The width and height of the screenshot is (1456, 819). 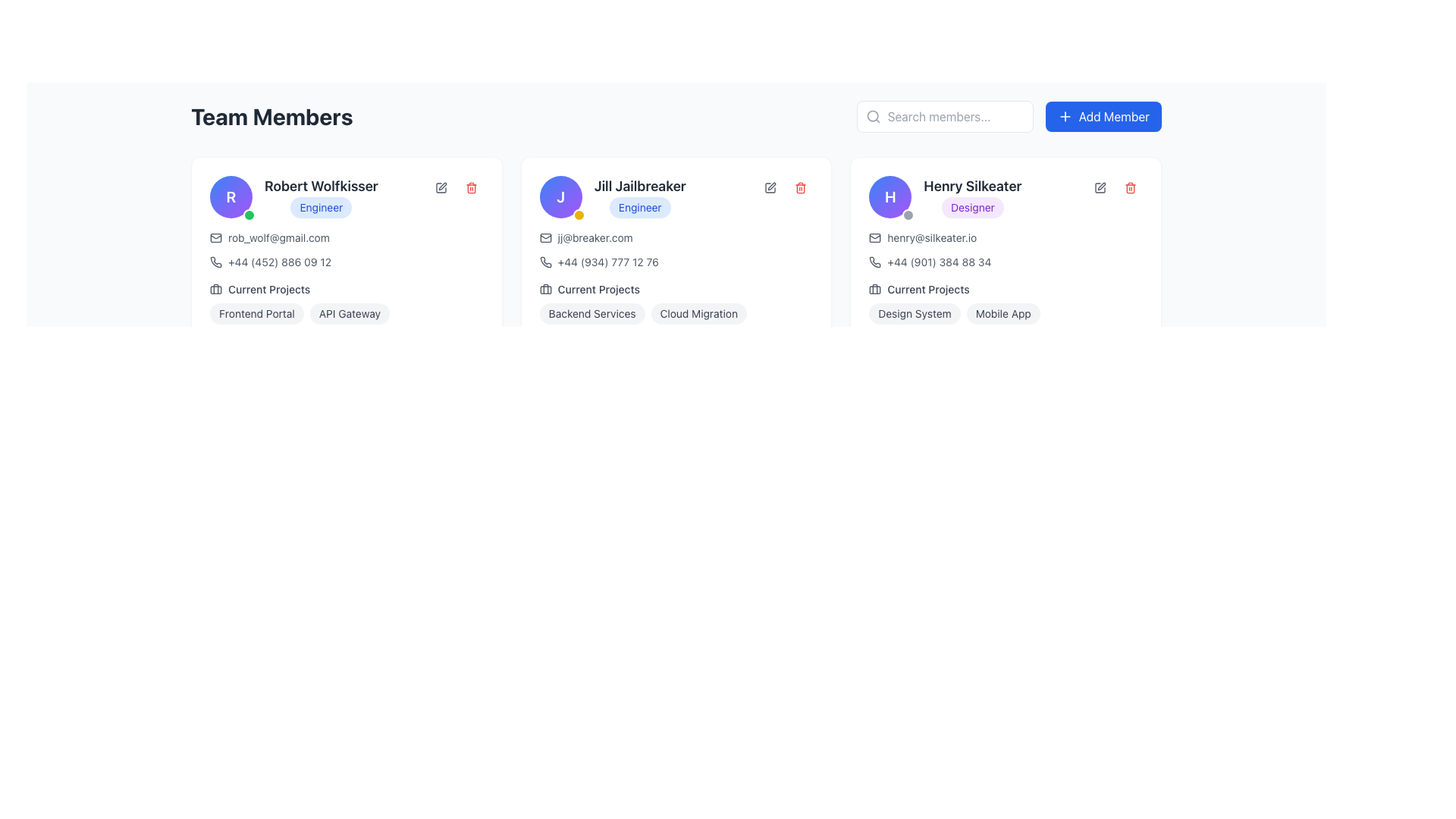 What do you see at coordinates (676, 249) in the screenshot?
I see `the email link in the Complex Contact Information Block for 'Jill Jailbreaker'` at bounding box center [676, 249].